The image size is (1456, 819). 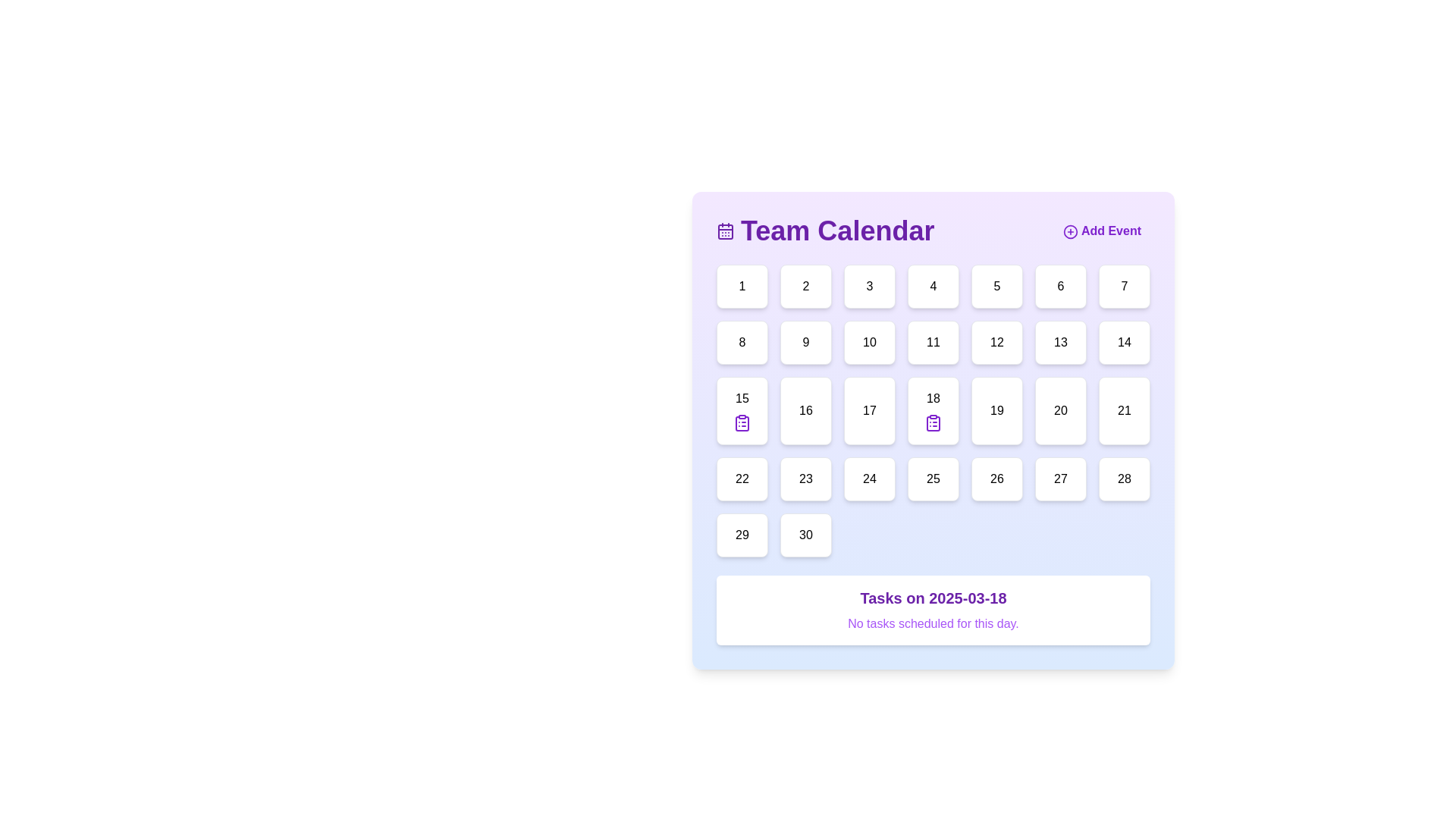 What do you see at coordinates (997, 479) in the screenshot?
I see `the rectangular button with rounded corners, white background, and the number '26' centered in black font located in the fifth row and fifth column of the calendar grid interface` at bounding box center [997, 479].